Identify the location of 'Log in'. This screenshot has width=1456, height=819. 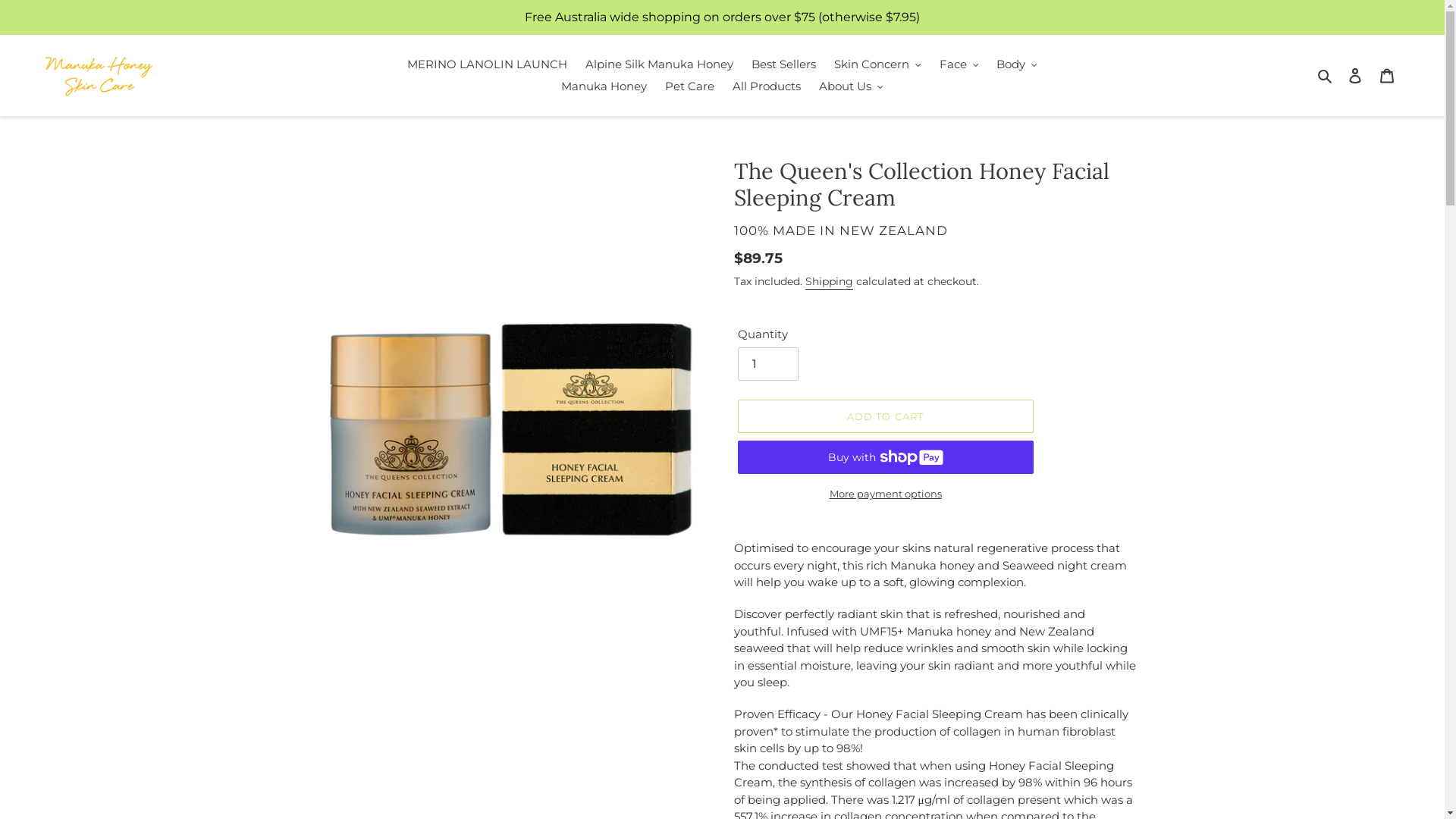
(1354, 75).